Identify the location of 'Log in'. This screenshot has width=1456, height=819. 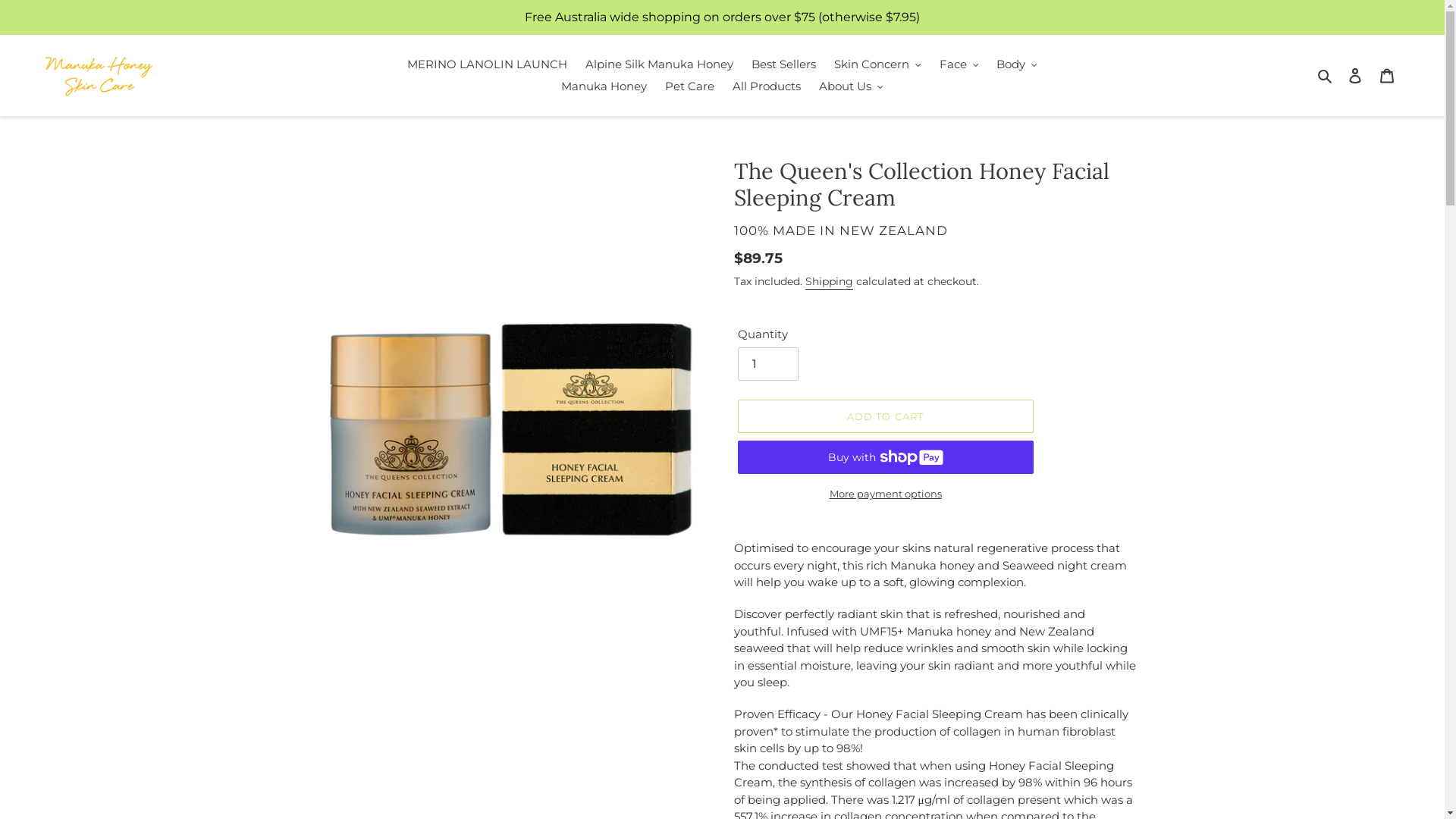
(1354, 75).